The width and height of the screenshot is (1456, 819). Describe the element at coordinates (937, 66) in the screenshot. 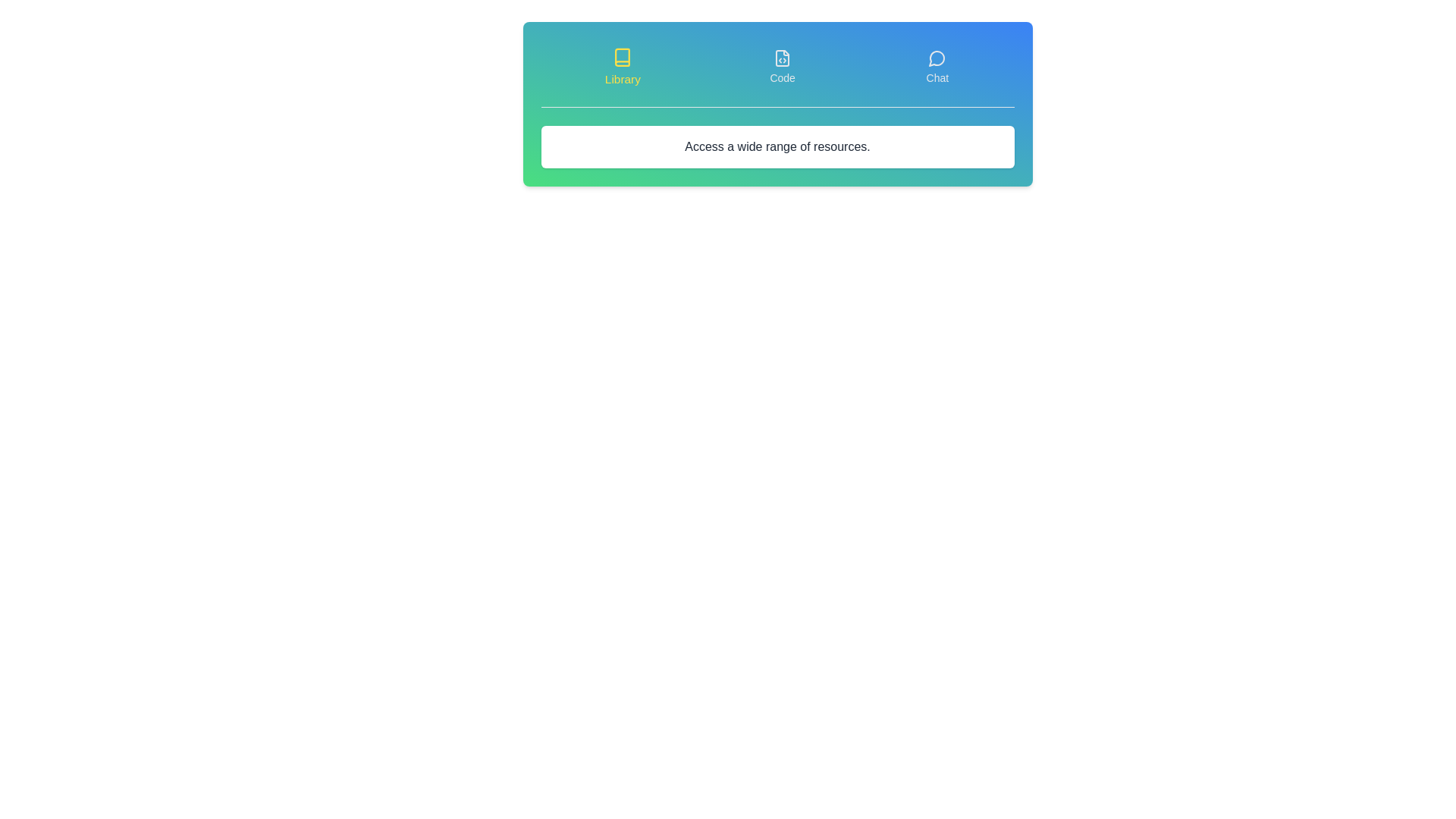

I see `the tab labeled Chat to select it` at that location.